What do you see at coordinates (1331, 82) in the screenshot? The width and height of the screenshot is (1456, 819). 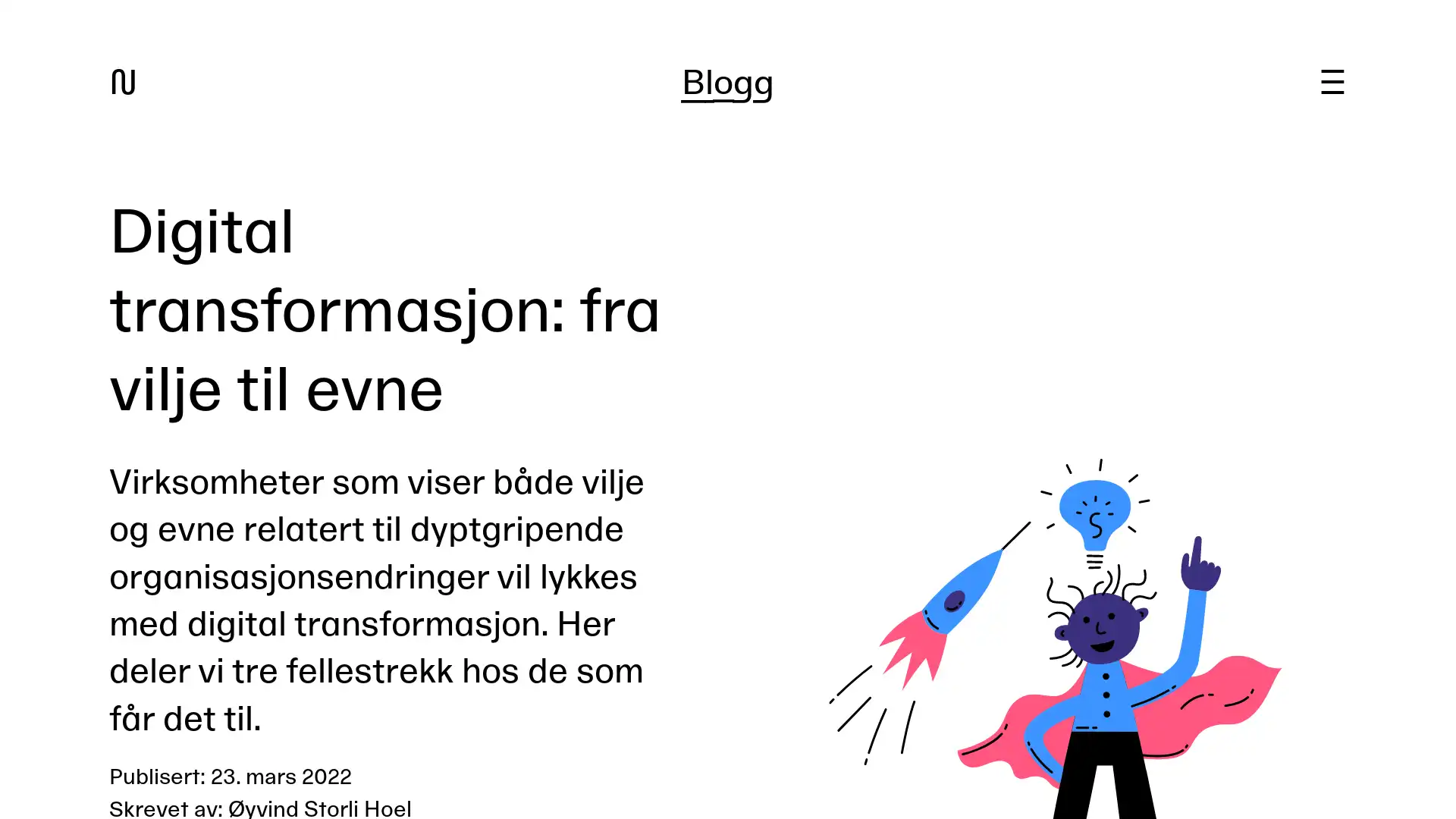 I see `Meny` at bounding box center [1331, 82].